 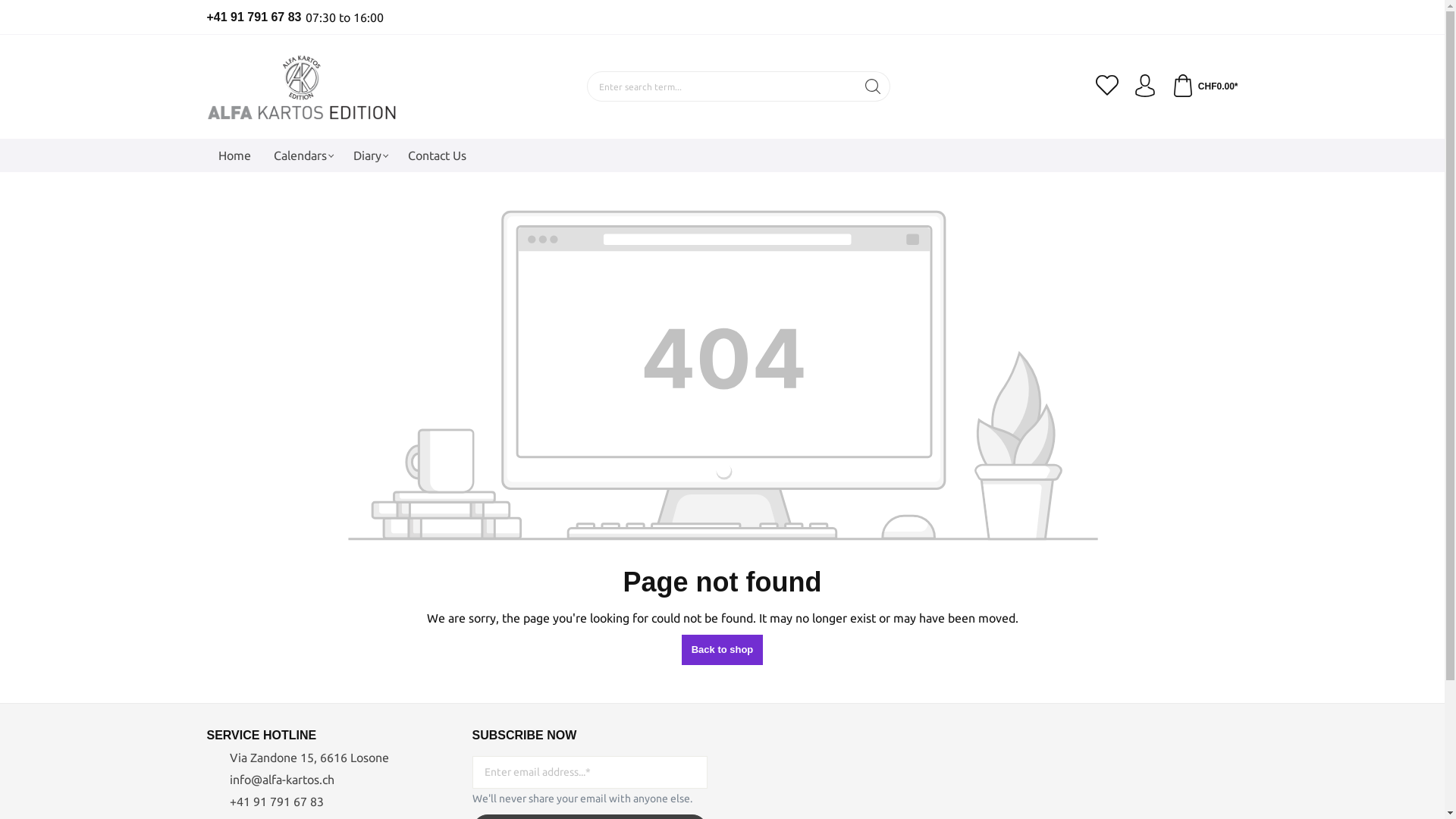 What do you see at coordinates (340, 155) in the screenshot?
I see `'Diary'` at bounding box center [340, 155].